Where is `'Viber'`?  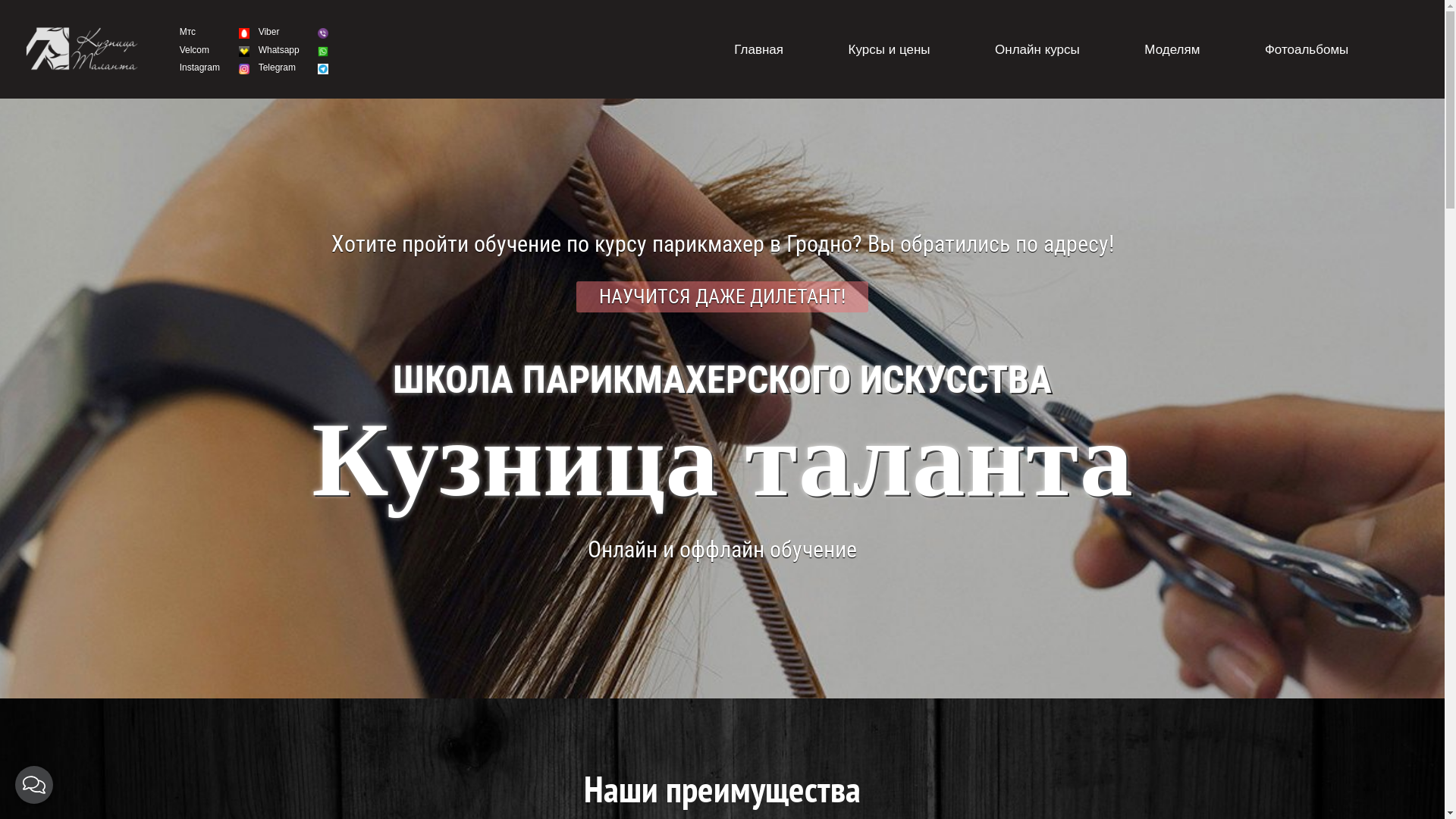
'Viber' is located at coordinates (269, 32).